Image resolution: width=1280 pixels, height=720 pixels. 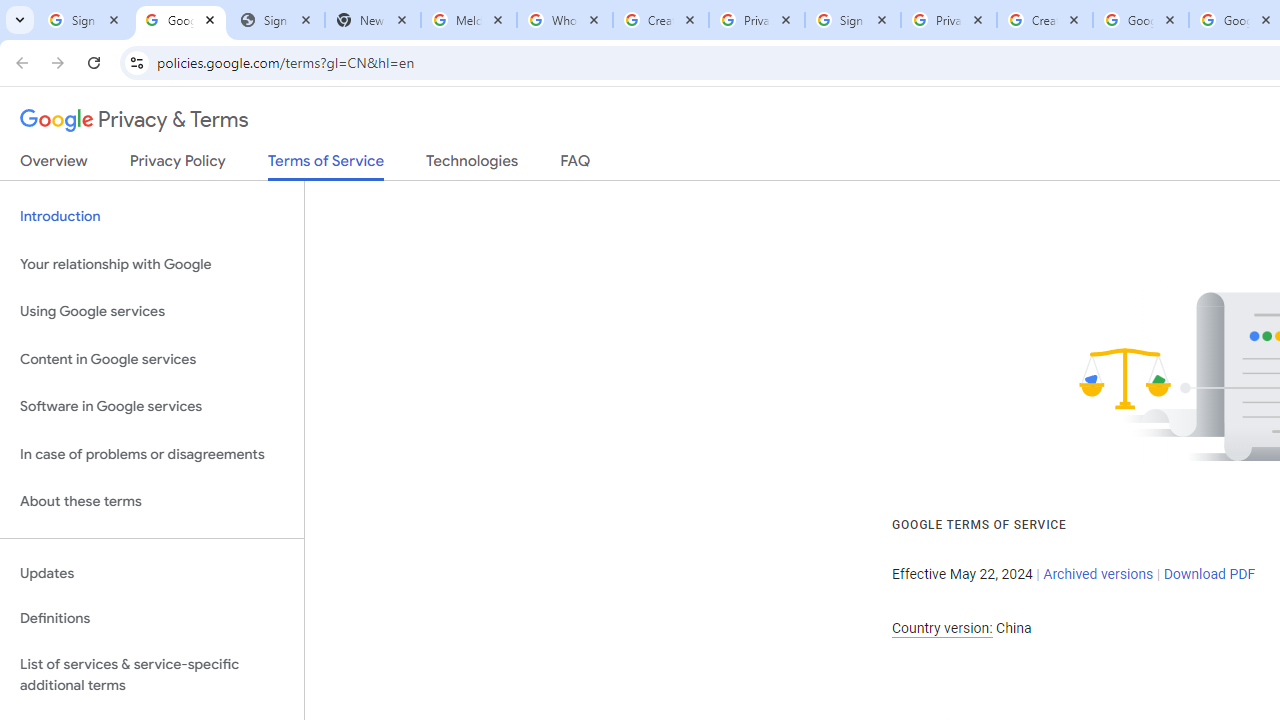 I want to click on 'Sign In - USA TODAY', so click(x=276, y=20).